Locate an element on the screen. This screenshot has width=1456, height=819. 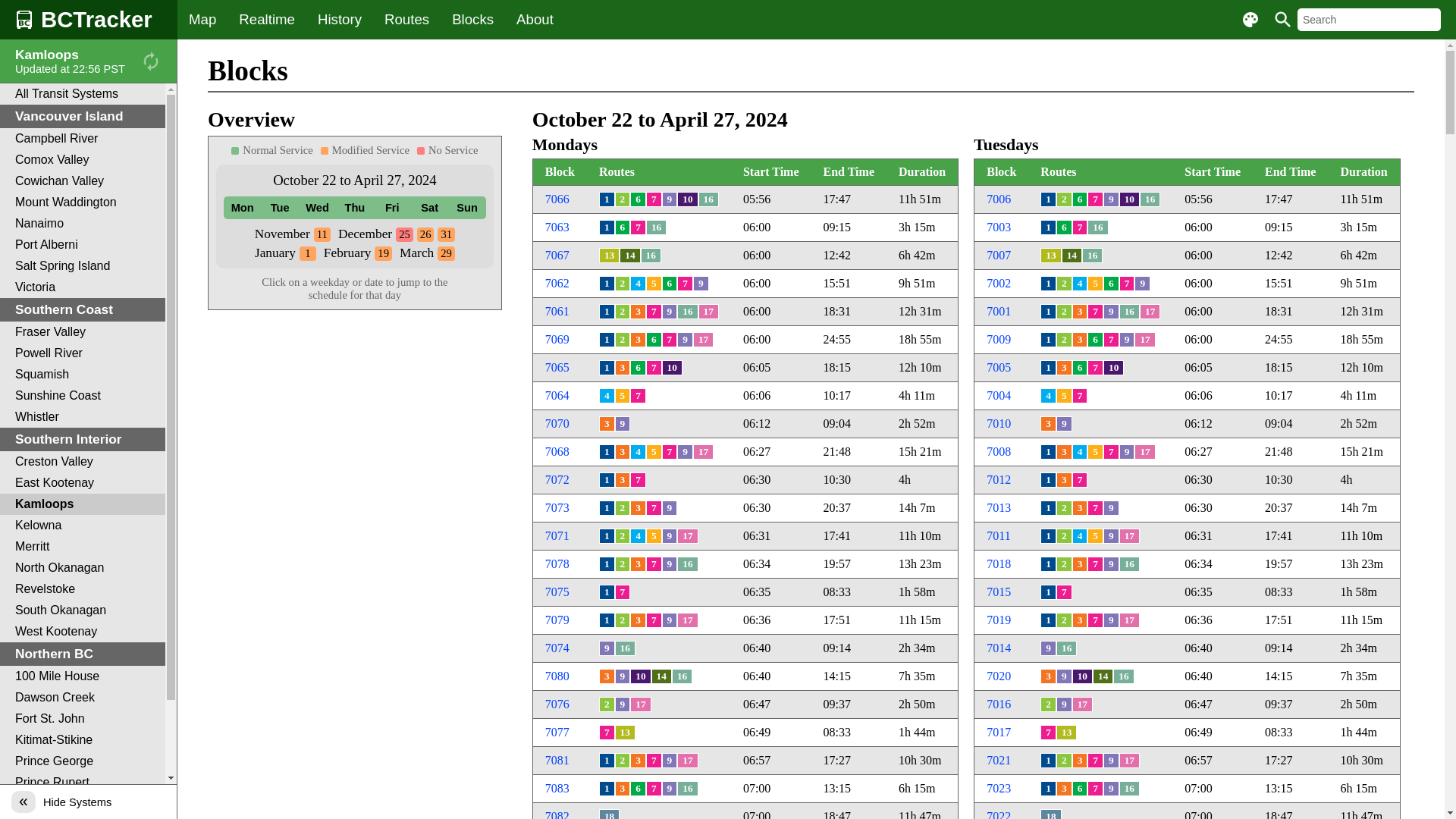
'7' is located at coordinates (638, 394).